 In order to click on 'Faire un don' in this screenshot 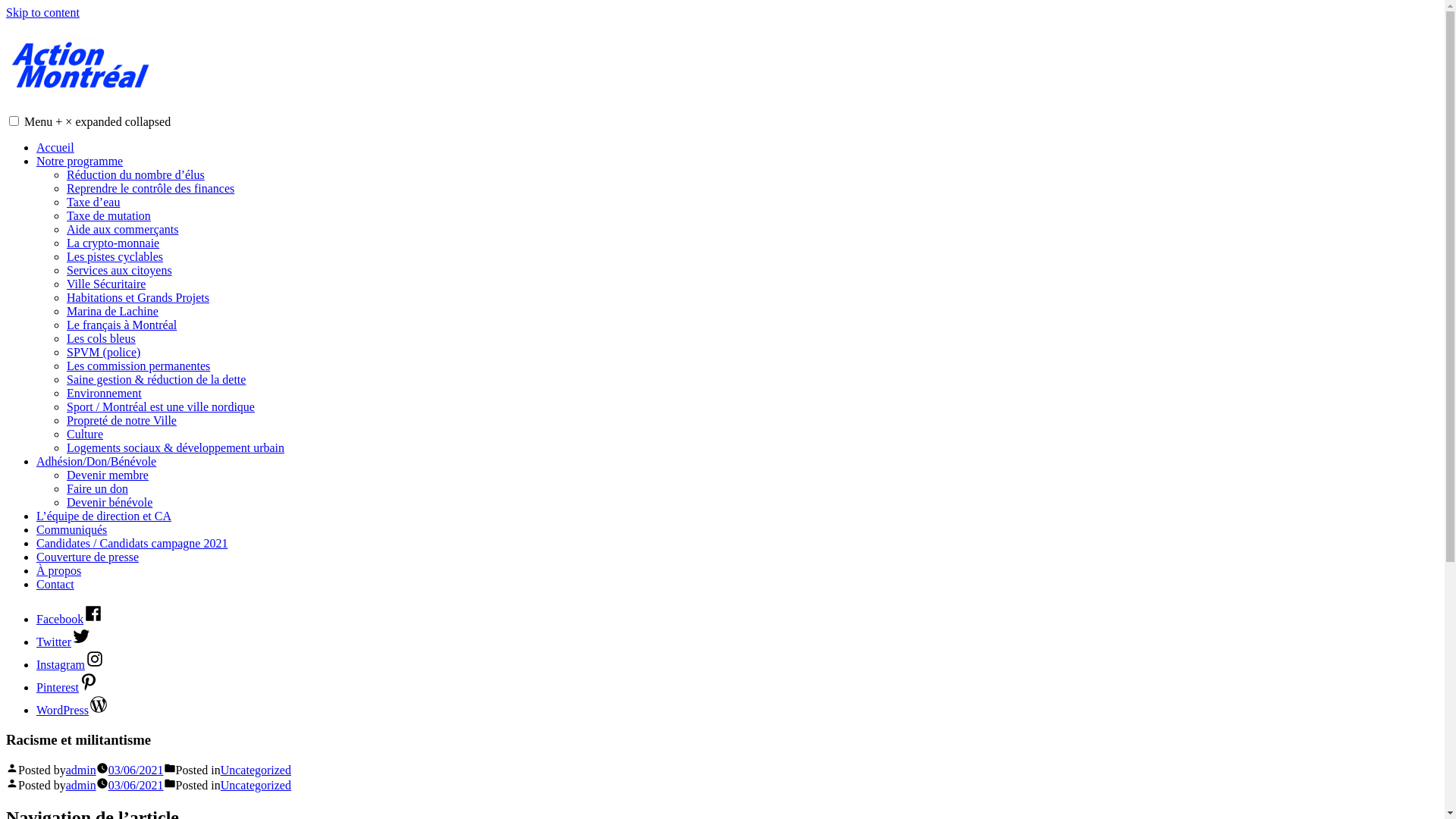, I will do `click(96, 488)`.